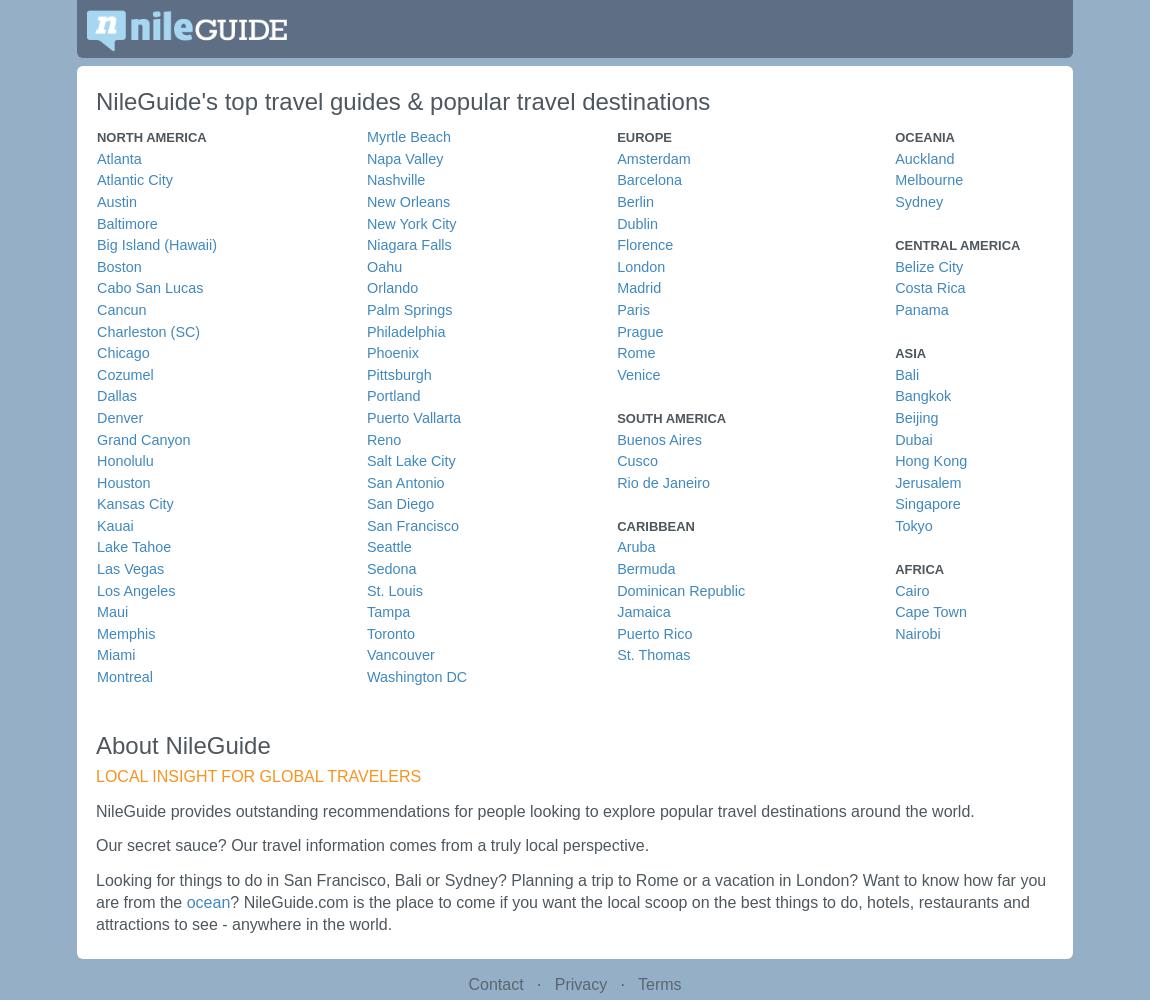  What do you see at coordinates (402, 100) in the screenshot?
I see `'NileGuide's top travel guides
& popular travel destinations'` at bounding box center [402, 100].